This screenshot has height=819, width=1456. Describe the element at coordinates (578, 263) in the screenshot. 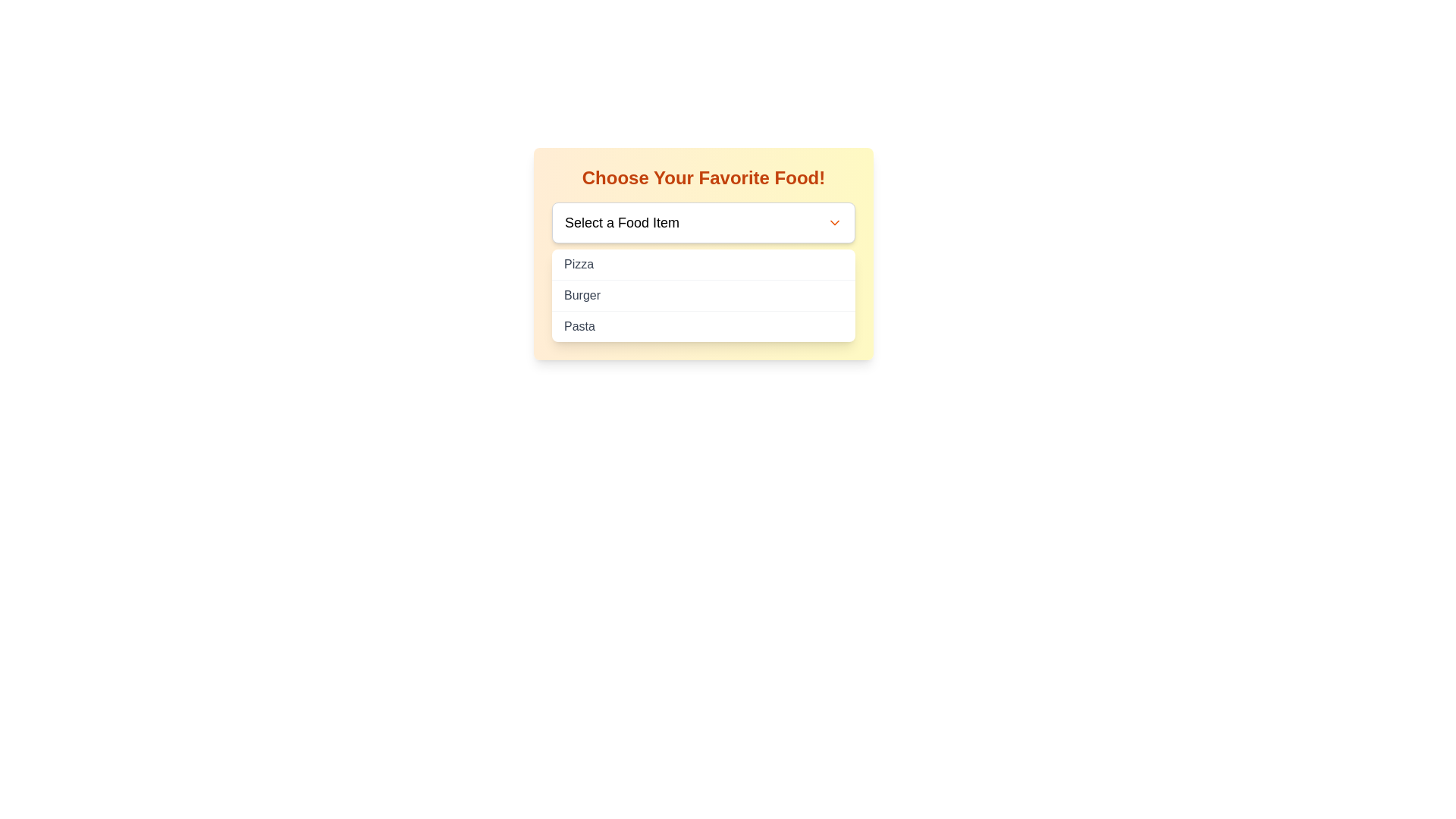

I see `to select the 'Pizza' option from the dropdown list, which is the first item above 'Burger' and 'Pasta'` at that location.